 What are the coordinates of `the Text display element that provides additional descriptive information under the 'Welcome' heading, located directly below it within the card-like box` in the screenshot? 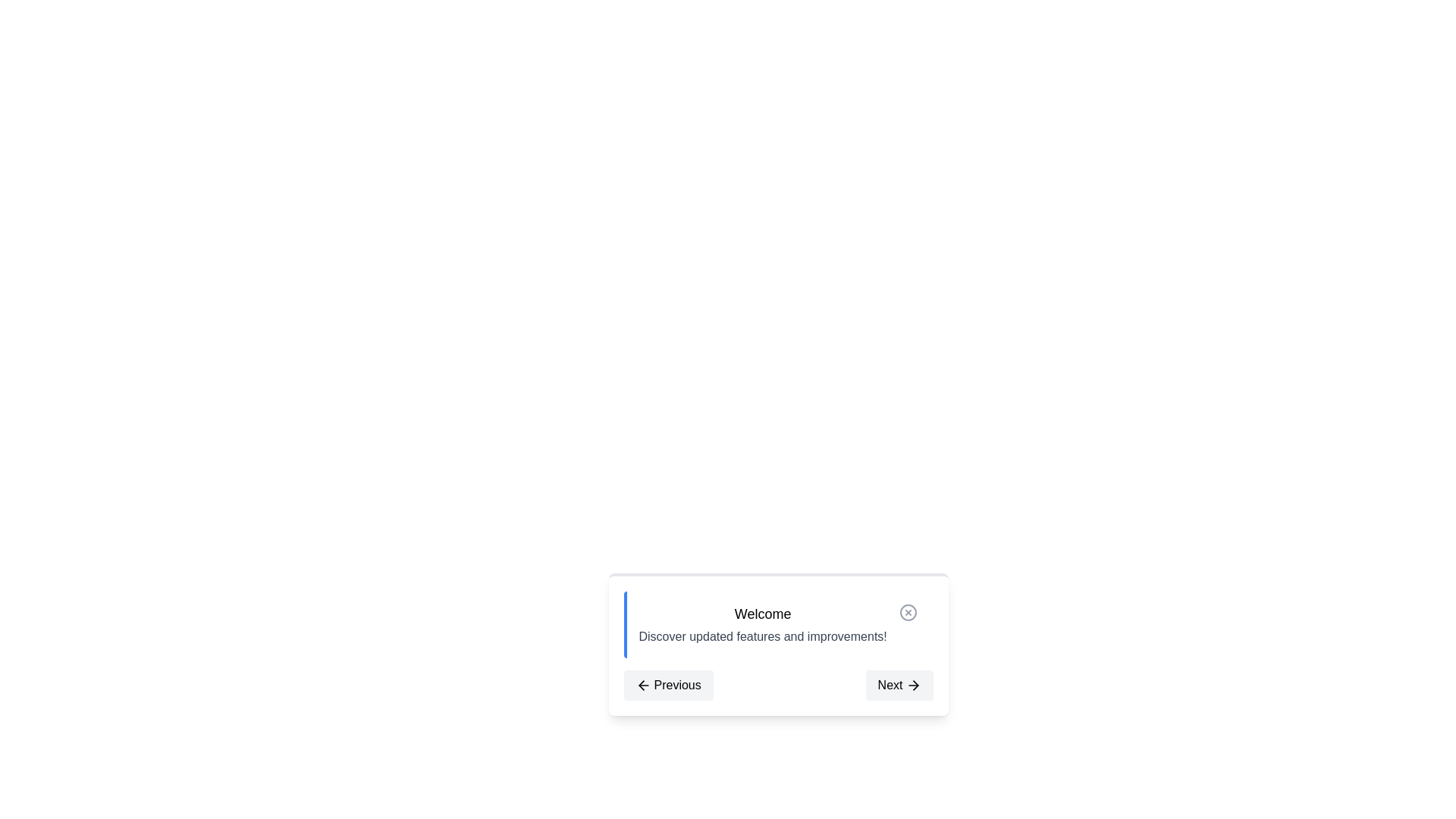 It's located at (763, 637).